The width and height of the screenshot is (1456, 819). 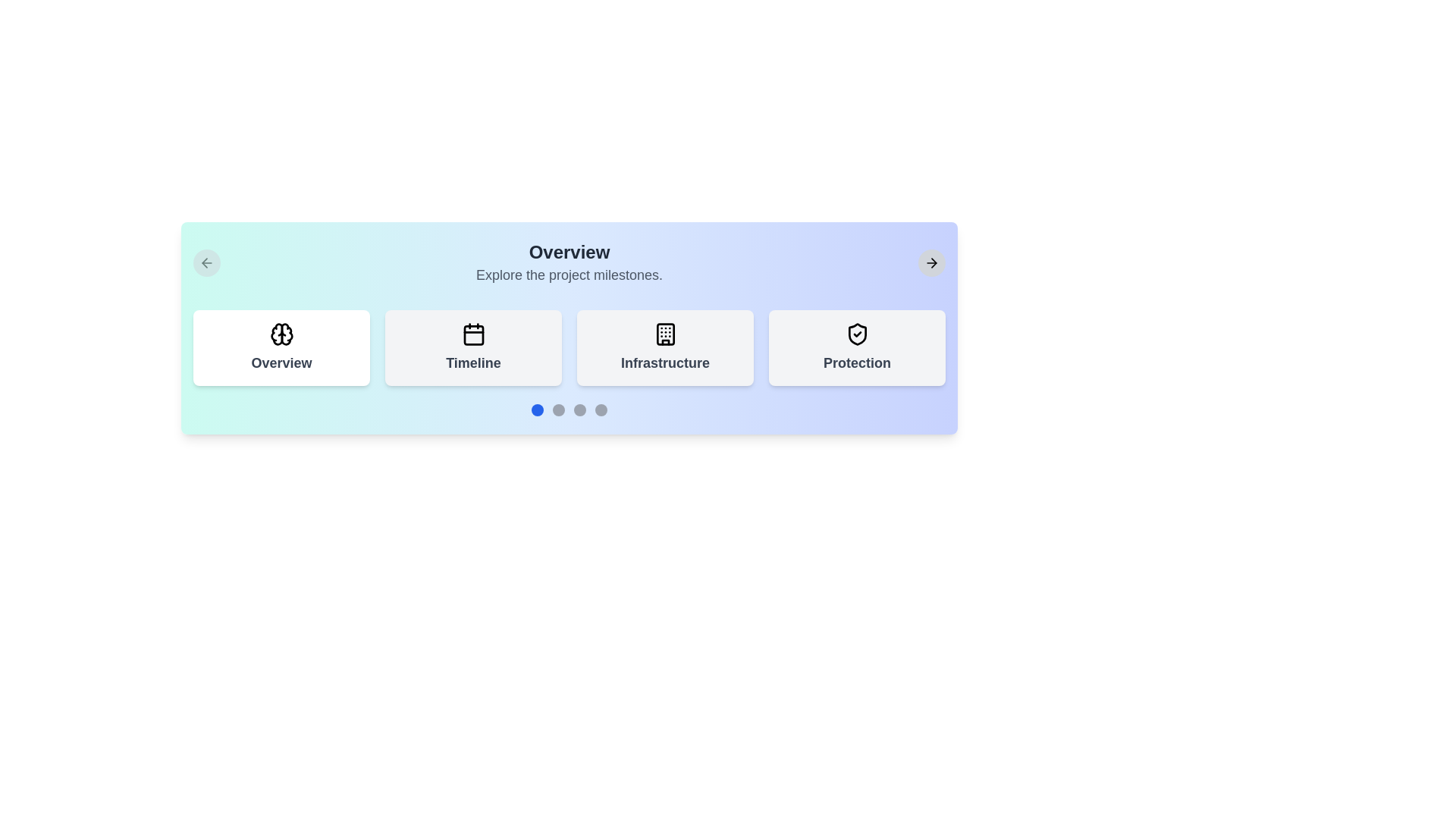 I want to click on the second circular button with a gray background, so click(x=558, y=409).